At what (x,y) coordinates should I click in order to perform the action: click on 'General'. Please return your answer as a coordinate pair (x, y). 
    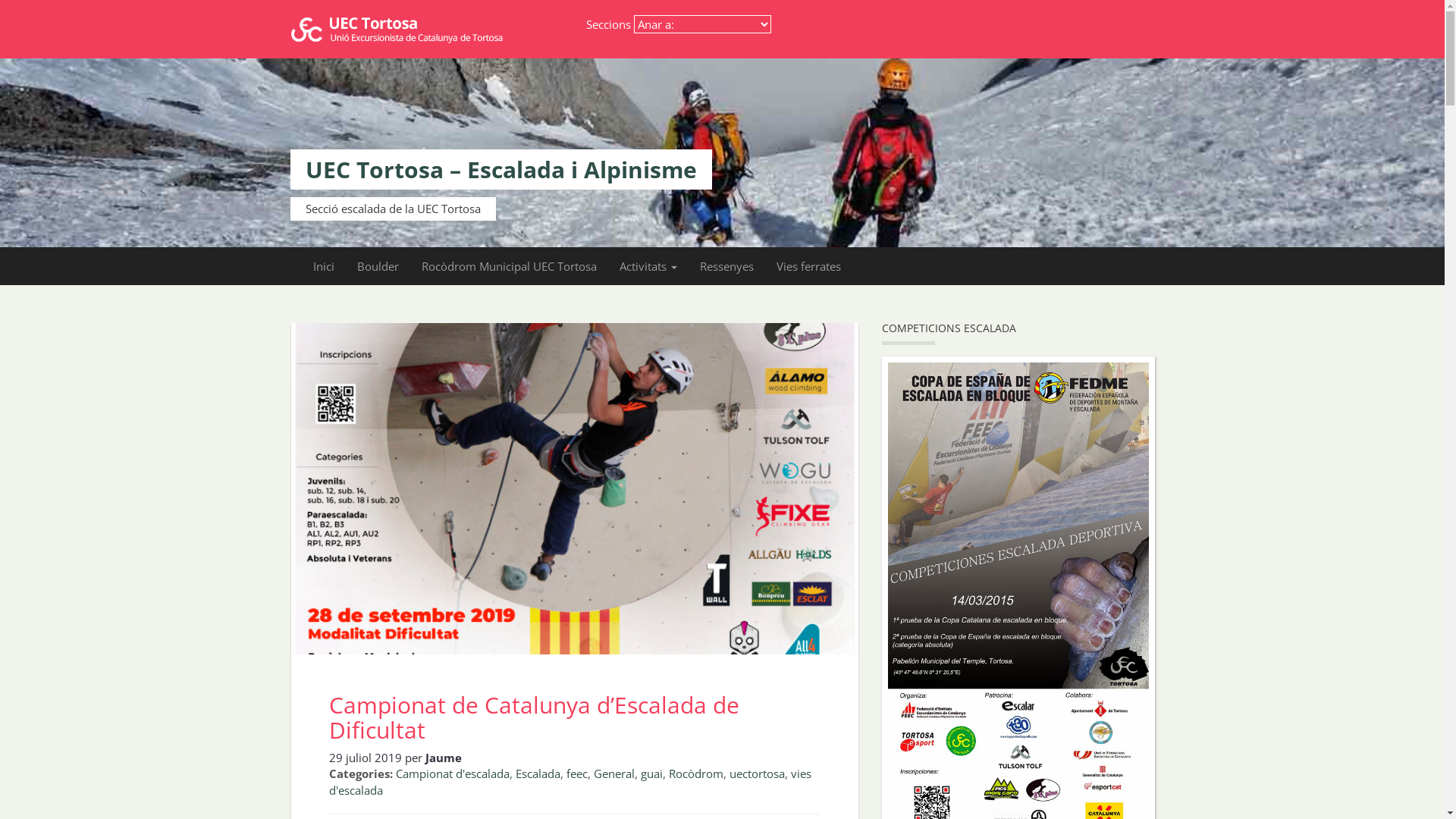
    Looking at the image, I should click on (592, 773).